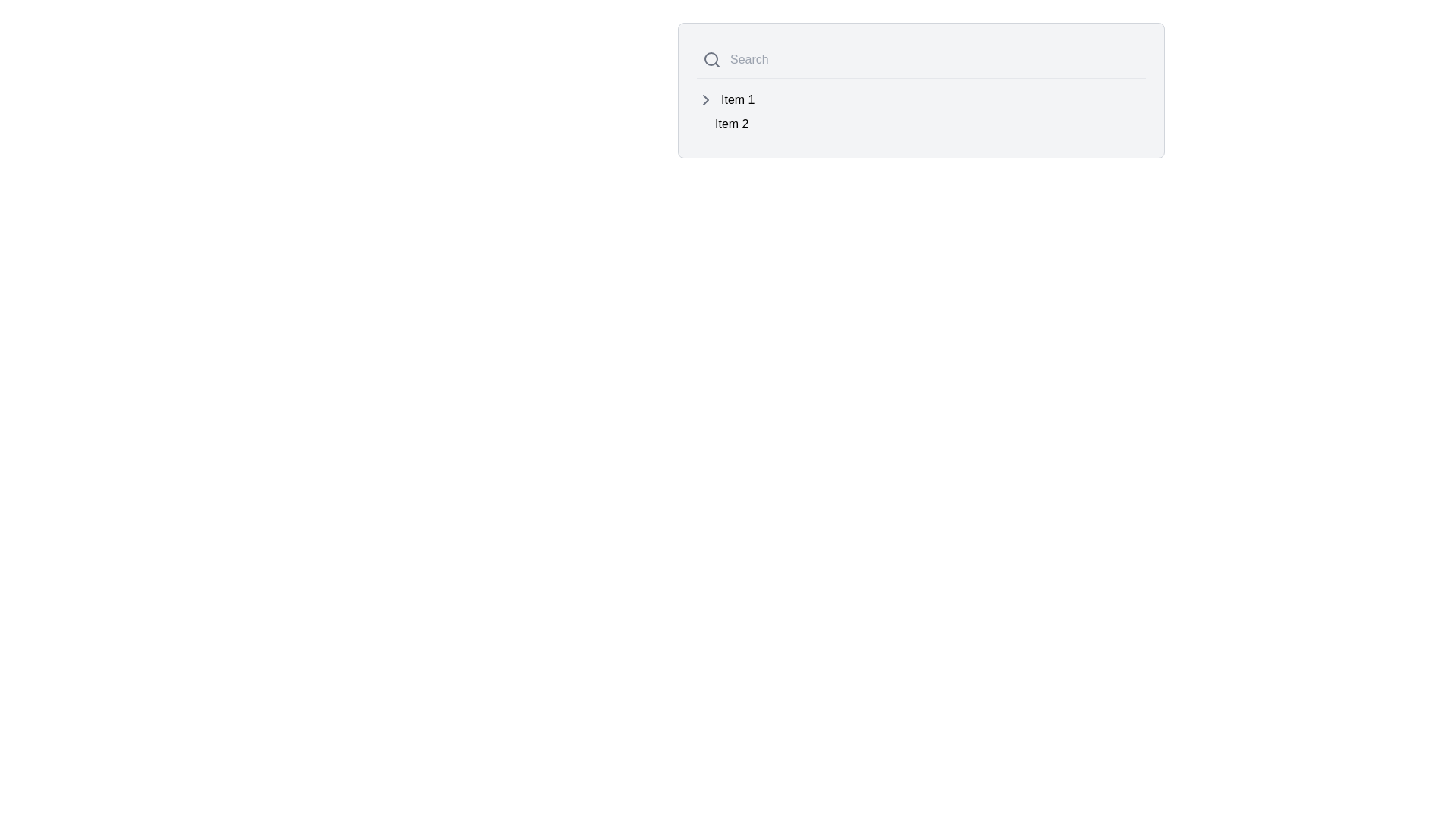 This screenshot has height=819, width=1456. I want to click on the SVG Circle Graphic that represents the magnifying glass part of the search icon, located at the top-left corner of the UI card, so click(710, 58).